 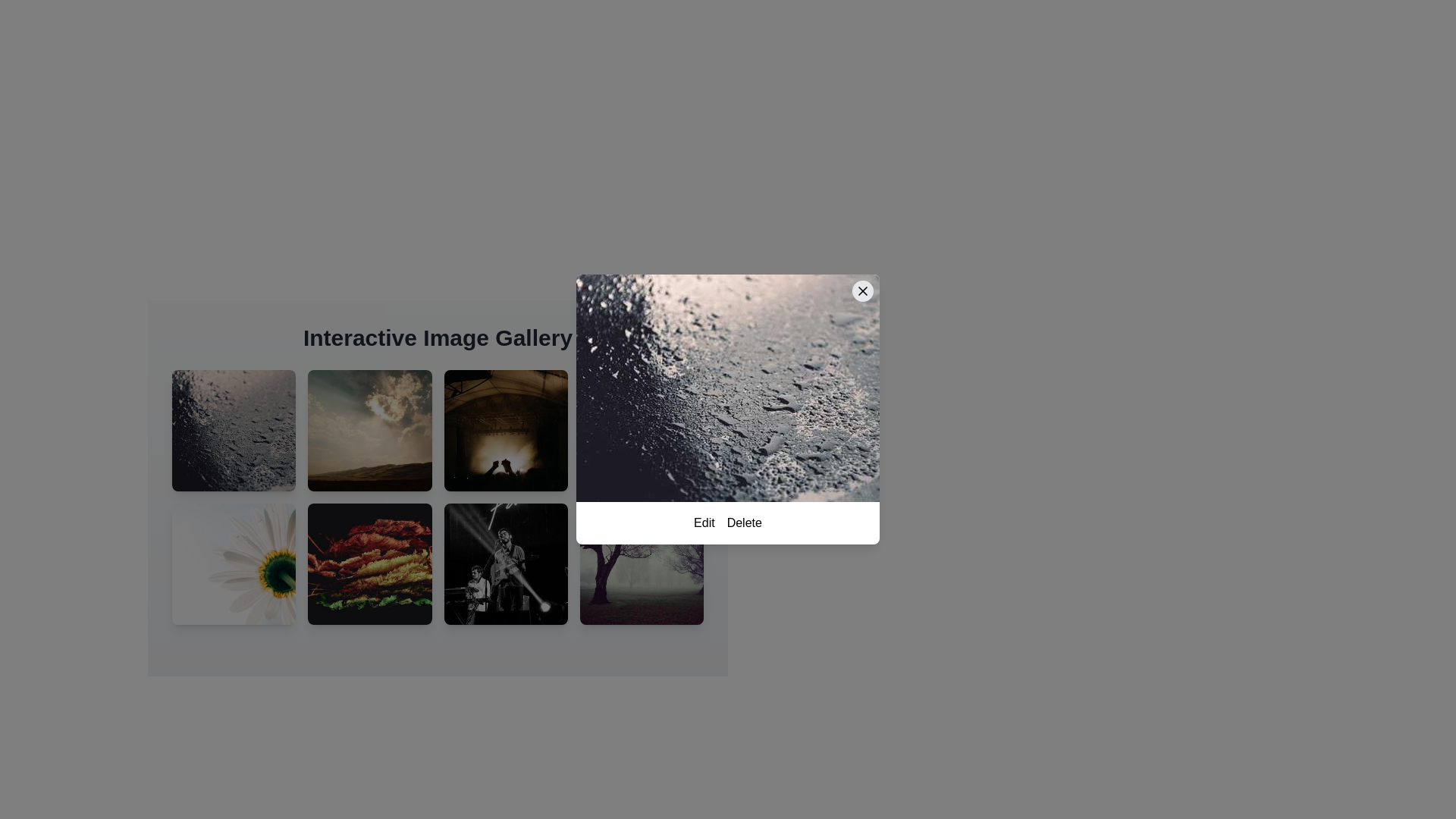 What do you see at coordinates (233, 564) in the screenshot?
I see `the selectable image tile located in the leftmost column and the second row of the image gallery` at bounding box center [233, 564].